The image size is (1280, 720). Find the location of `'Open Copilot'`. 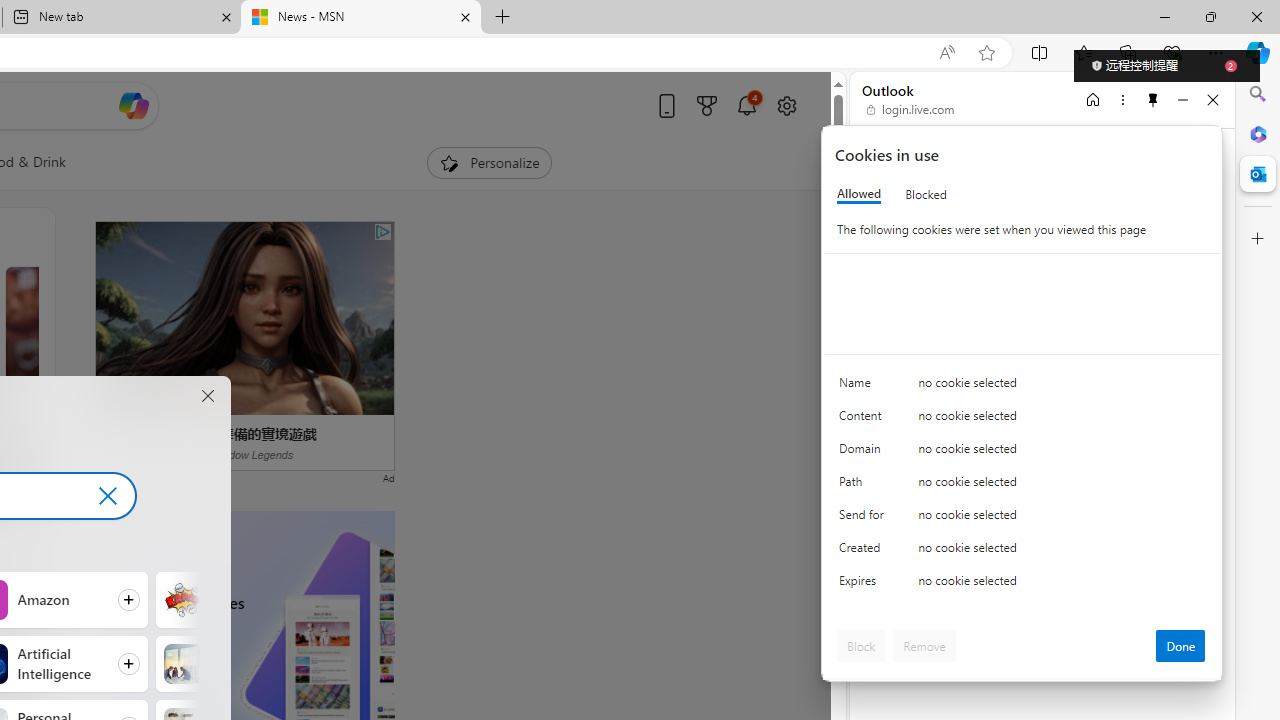

'Open Copilot' is located at coordinates (132, 105).